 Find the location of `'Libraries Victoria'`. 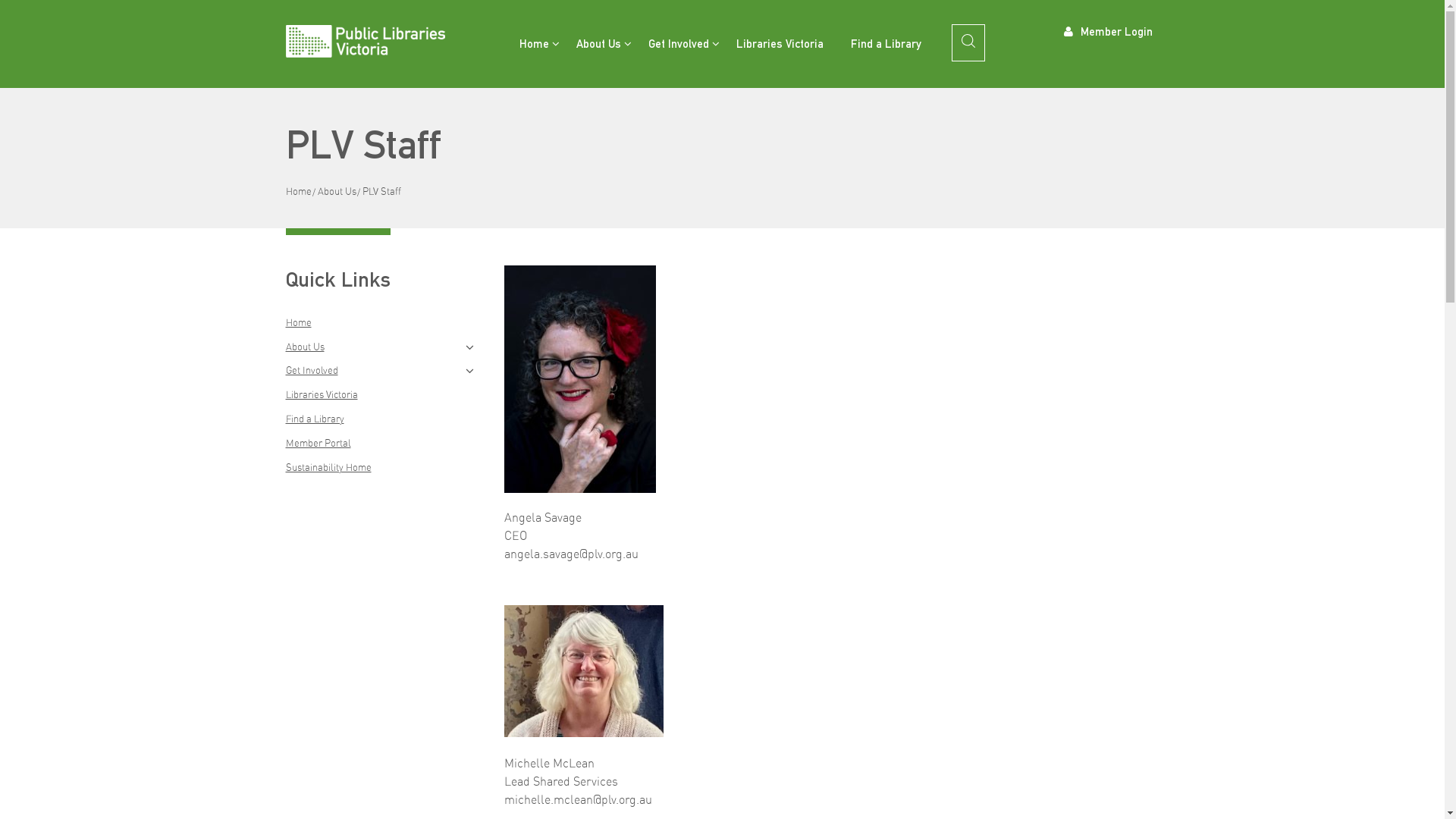

'Libraries Victoria' is located at coordinates (320, 394).